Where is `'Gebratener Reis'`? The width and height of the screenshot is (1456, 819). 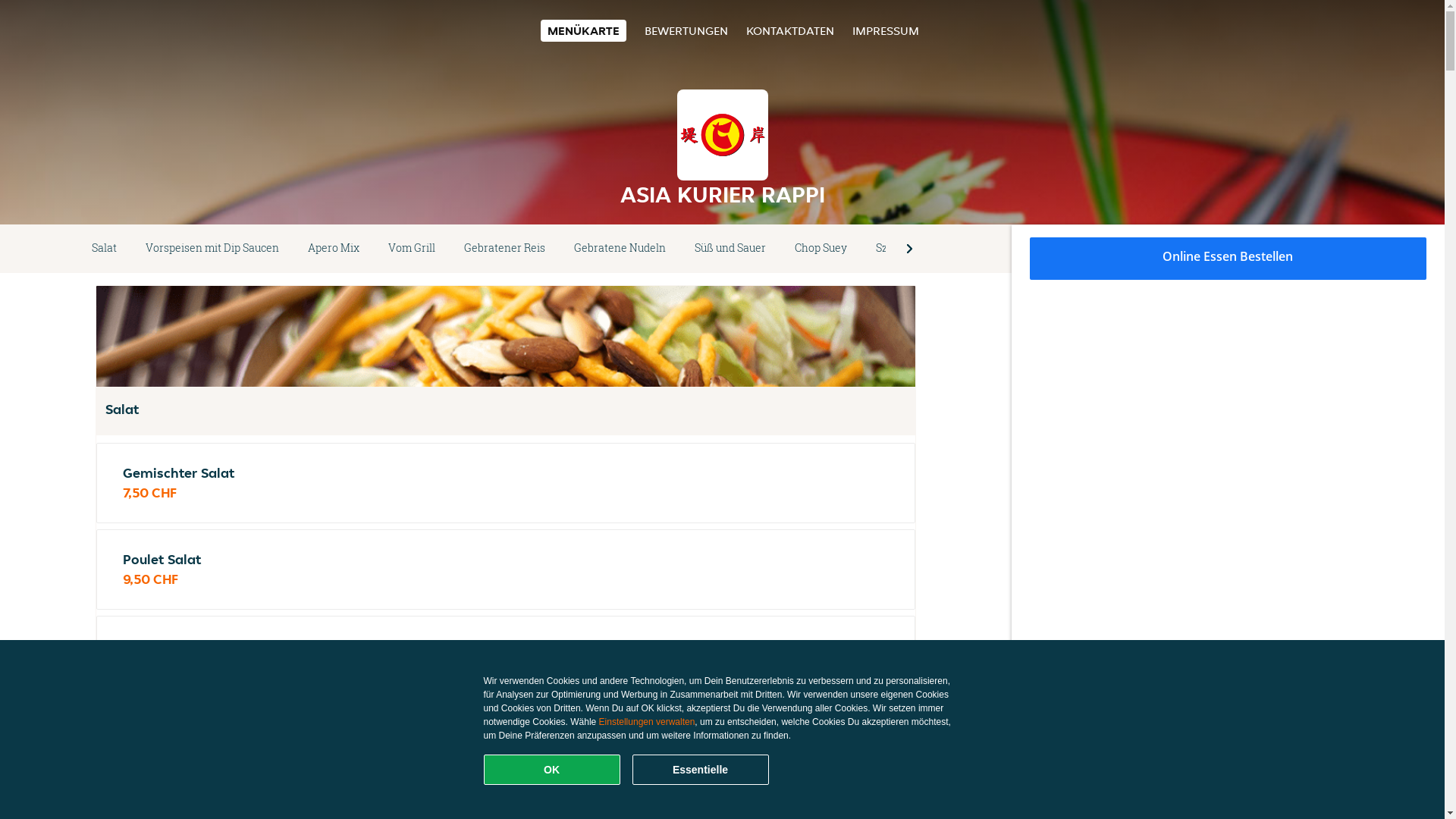 'Gebratener Reis' is located at coordinates (449, 247).